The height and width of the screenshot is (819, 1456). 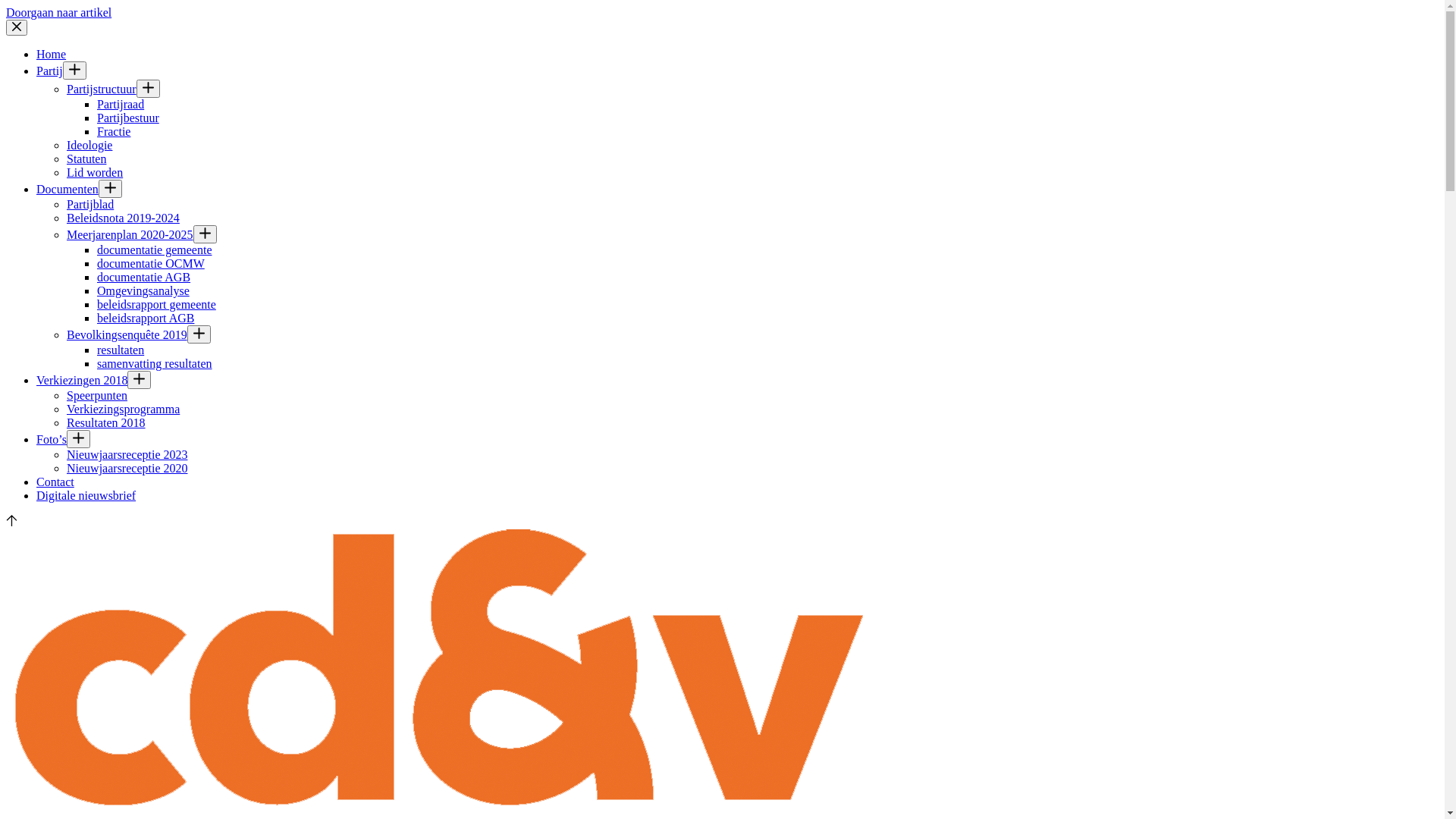 I want to click on 'documentatie gemeente', so click(x=154, y=249).